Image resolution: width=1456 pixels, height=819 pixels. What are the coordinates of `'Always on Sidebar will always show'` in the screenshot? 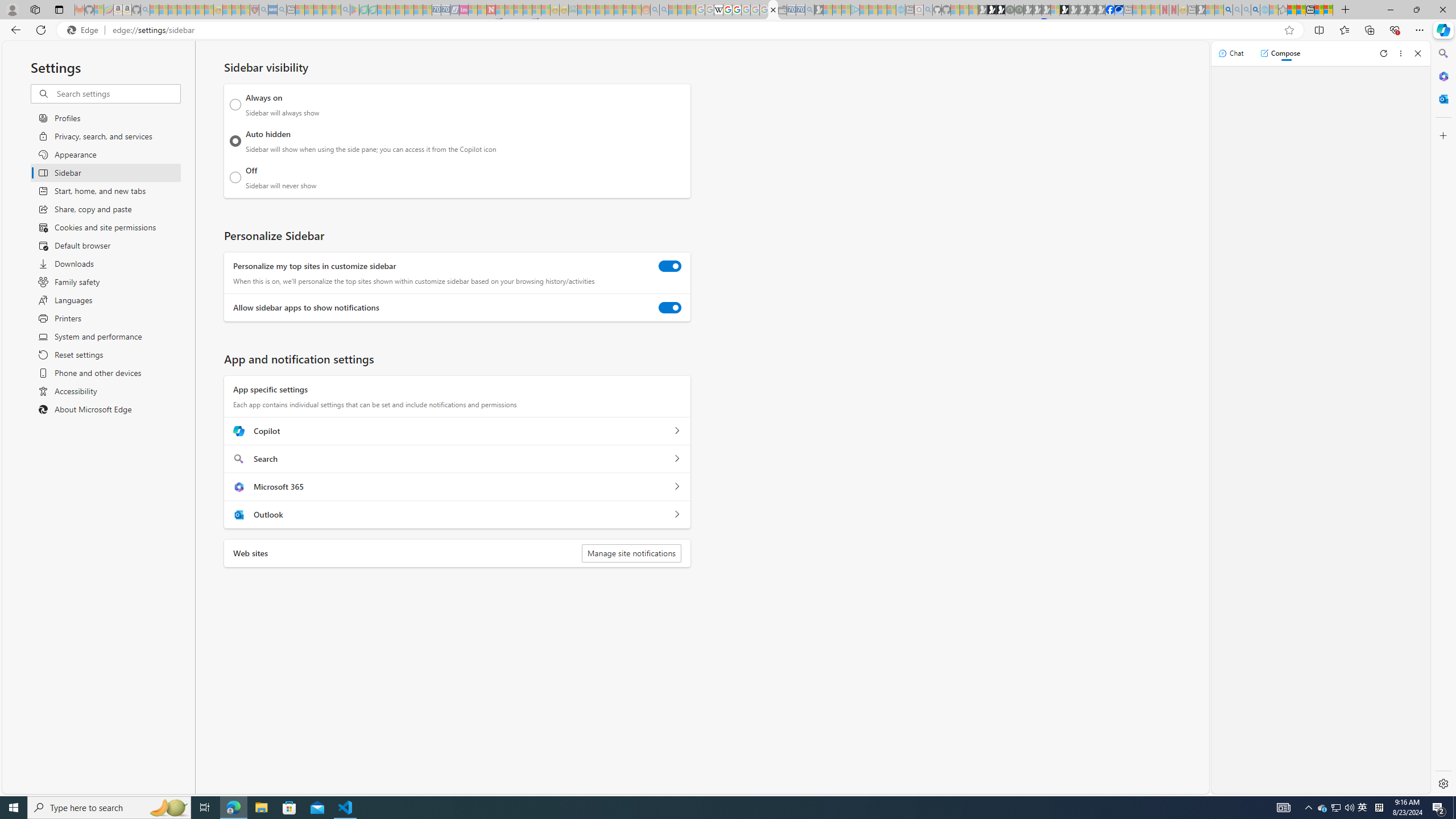 It's located at (235, 104).